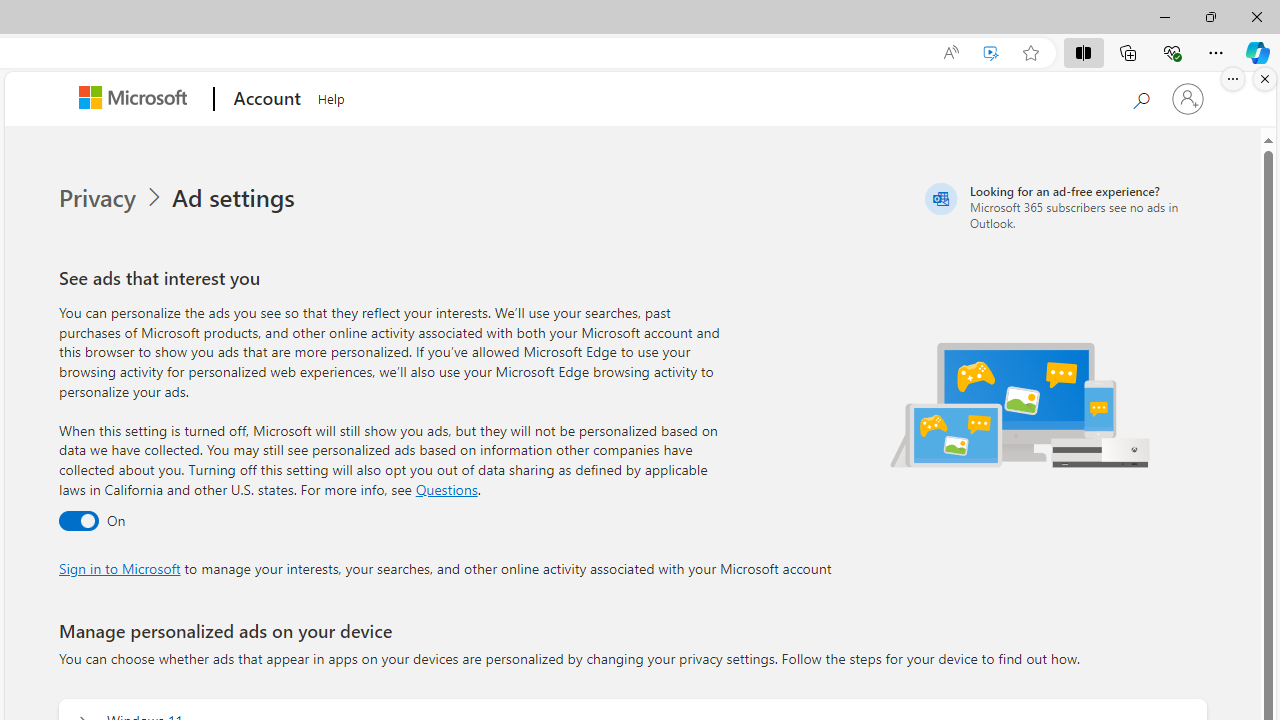 This screenshot has width=1280, height=720. I want to click on 'Illustration of multiple devices', so click(1021, 404).